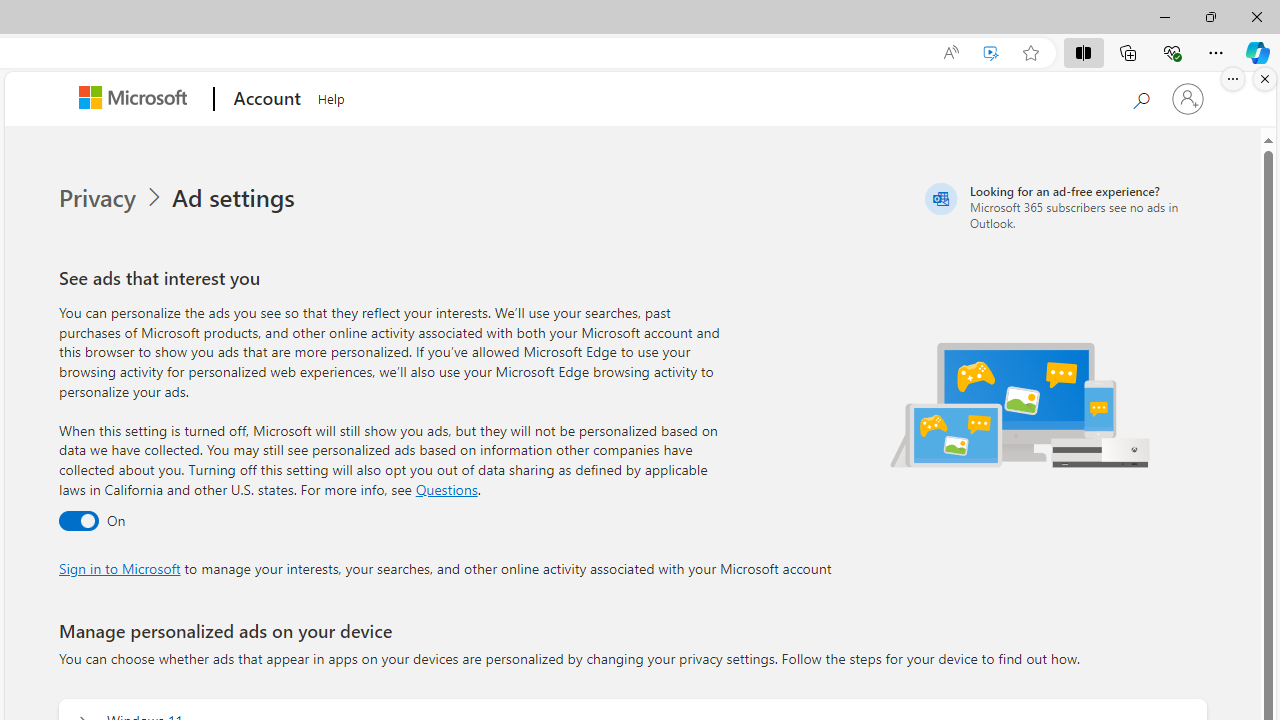 This screenshot has width=1280, height=720. I want to click on 'Illustration of multiple devices', so click(1021, 404).